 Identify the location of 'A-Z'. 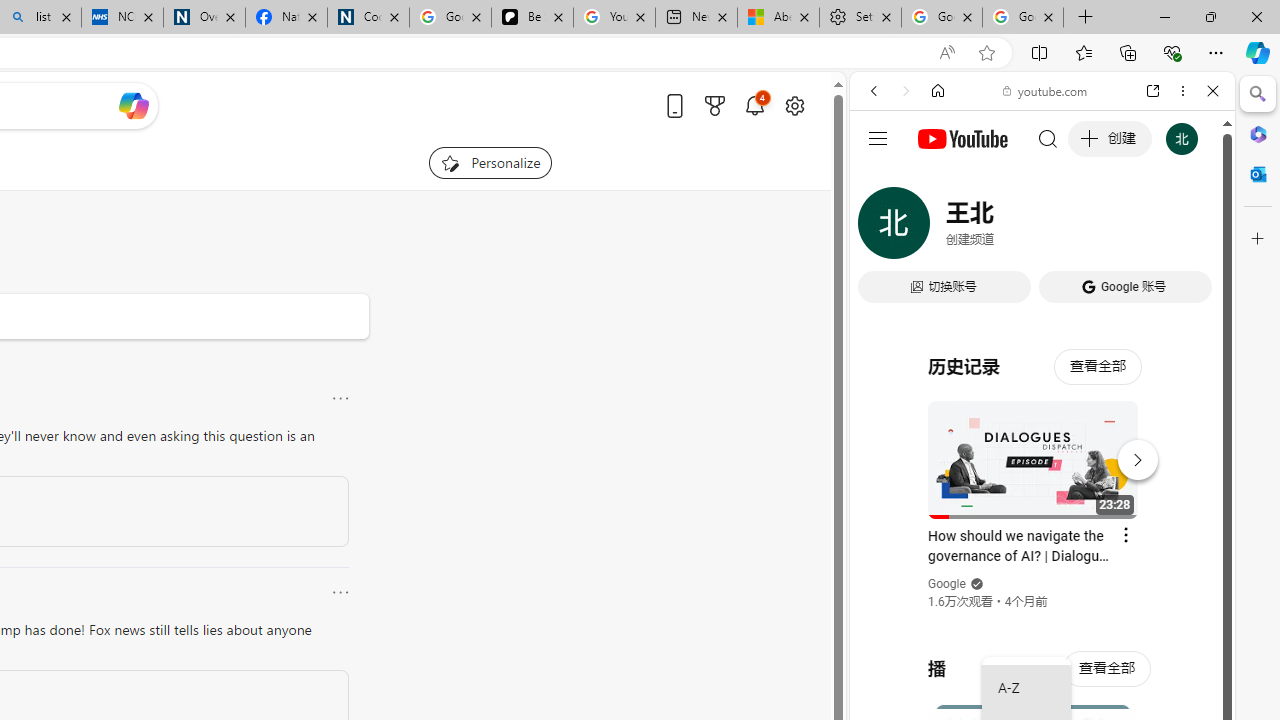
(1026, 688).